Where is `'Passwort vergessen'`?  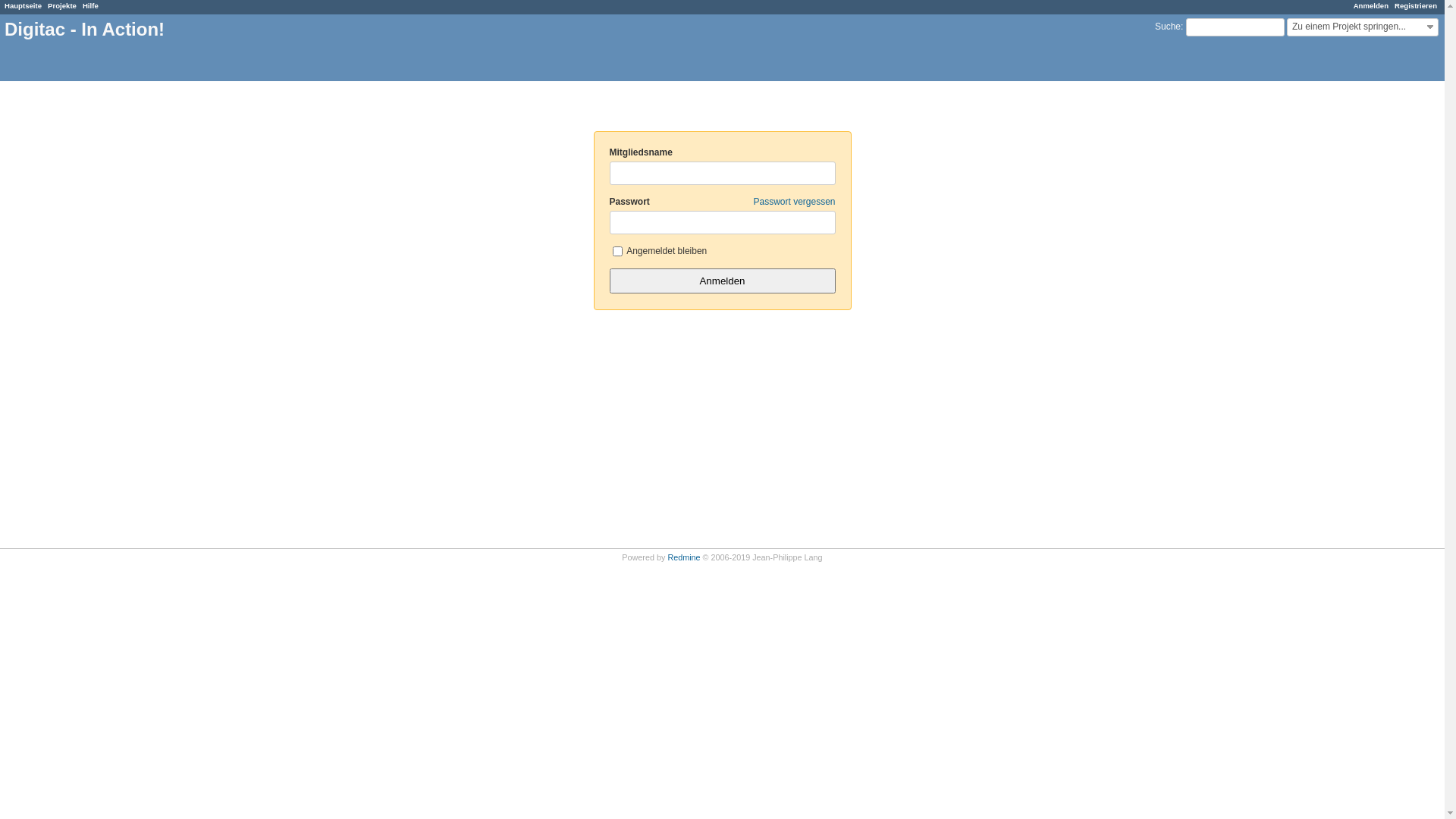 'Passwort vergessen' is located at coordinates (753, 201).